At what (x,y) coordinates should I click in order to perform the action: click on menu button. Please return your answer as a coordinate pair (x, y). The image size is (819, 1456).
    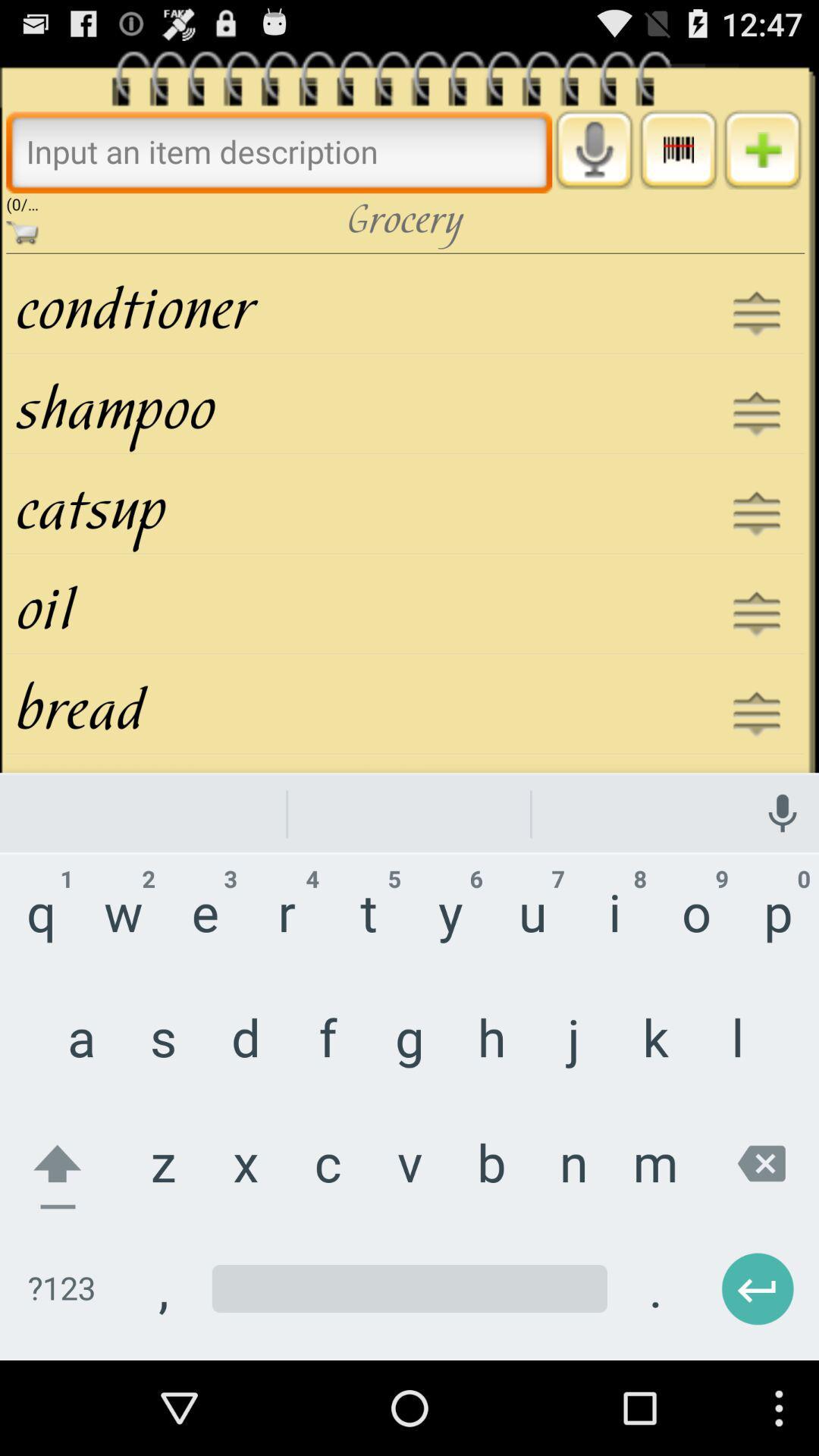
    Looking at the image, I should click on (677, 149).